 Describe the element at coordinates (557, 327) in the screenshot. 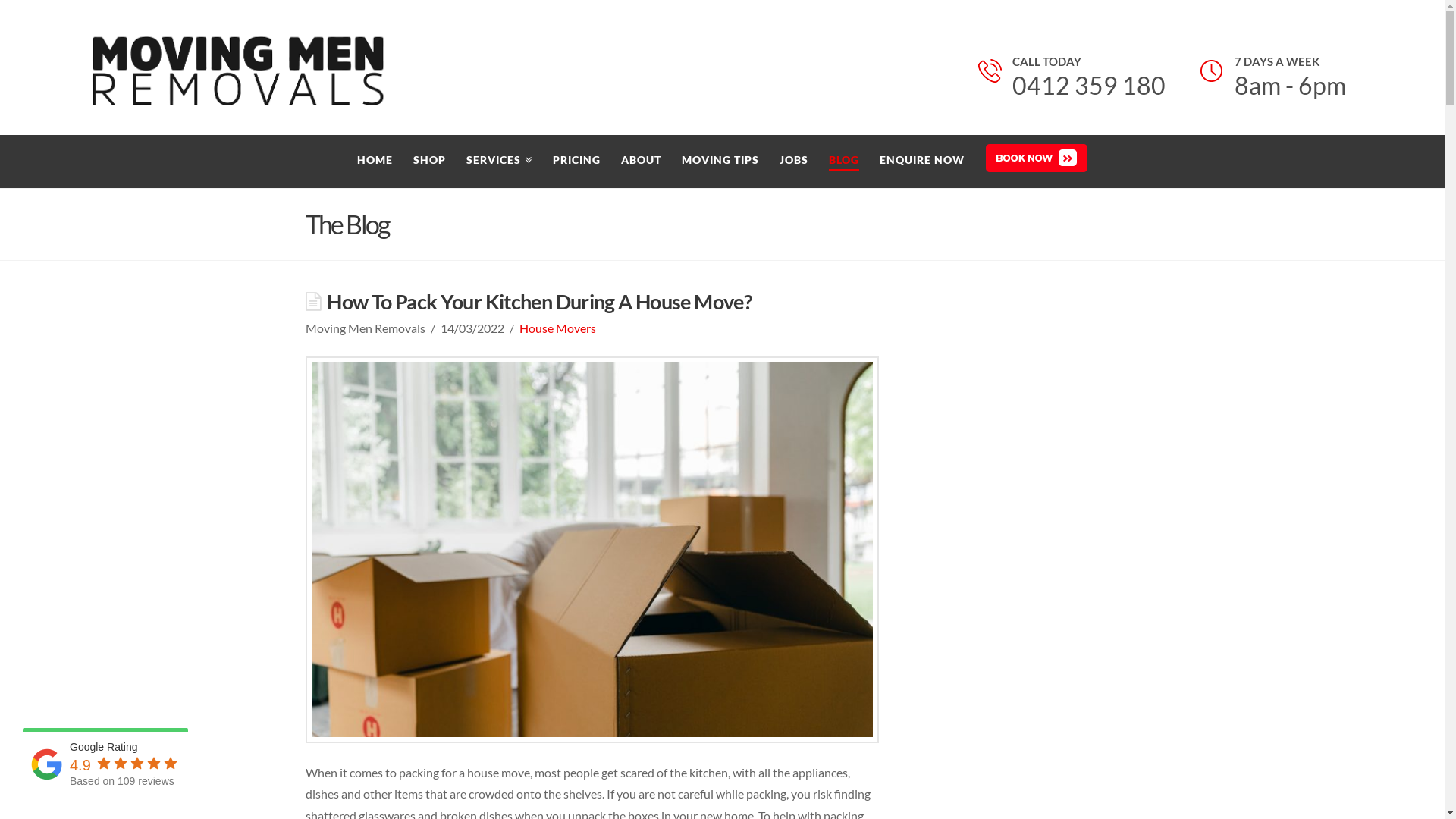

I see `'House Movers'` at that location.